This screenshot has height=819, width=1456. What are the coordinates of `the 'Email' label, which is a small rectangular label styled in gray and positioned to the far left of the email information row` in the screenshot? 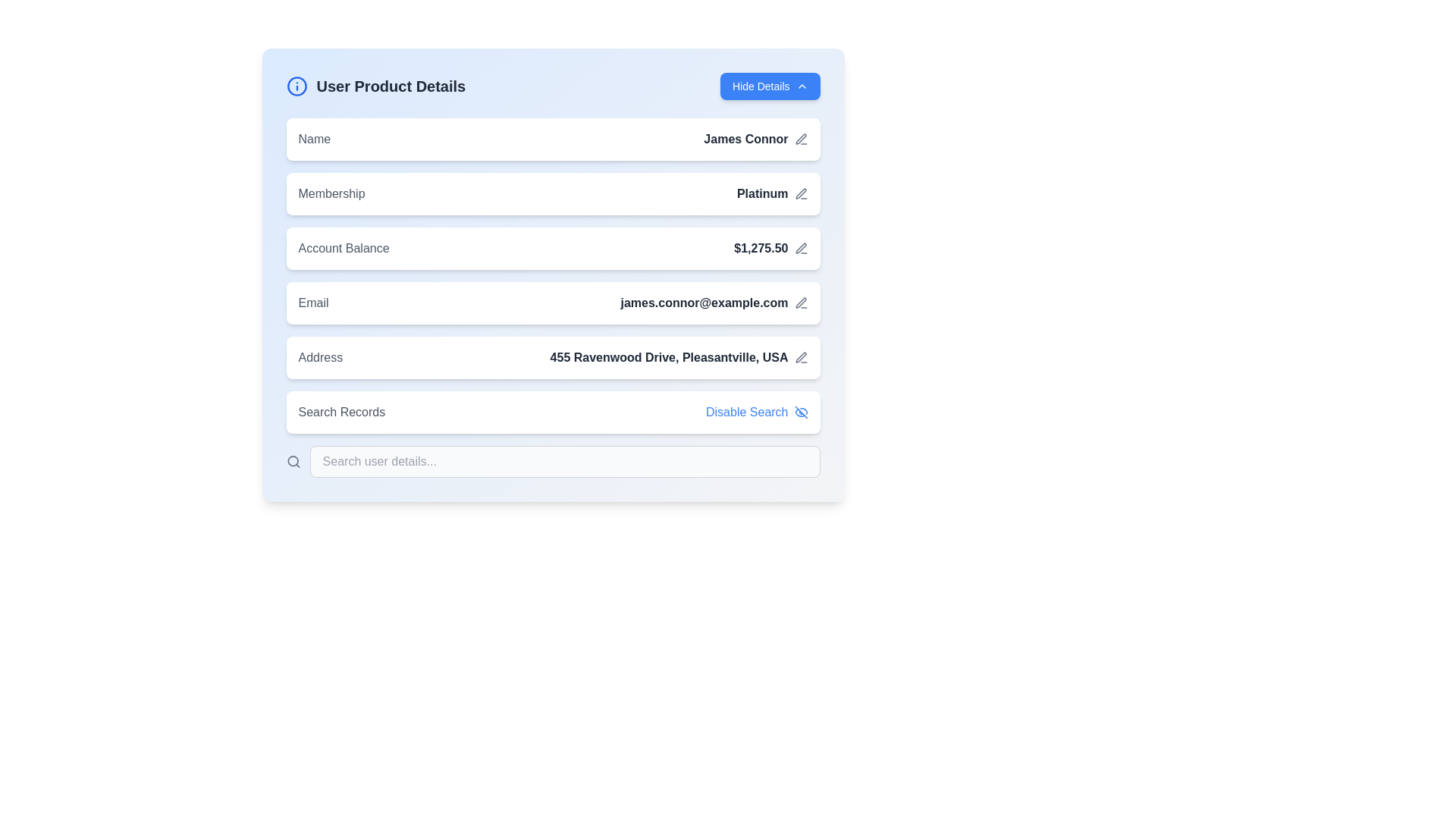 It's located at (312, 303).